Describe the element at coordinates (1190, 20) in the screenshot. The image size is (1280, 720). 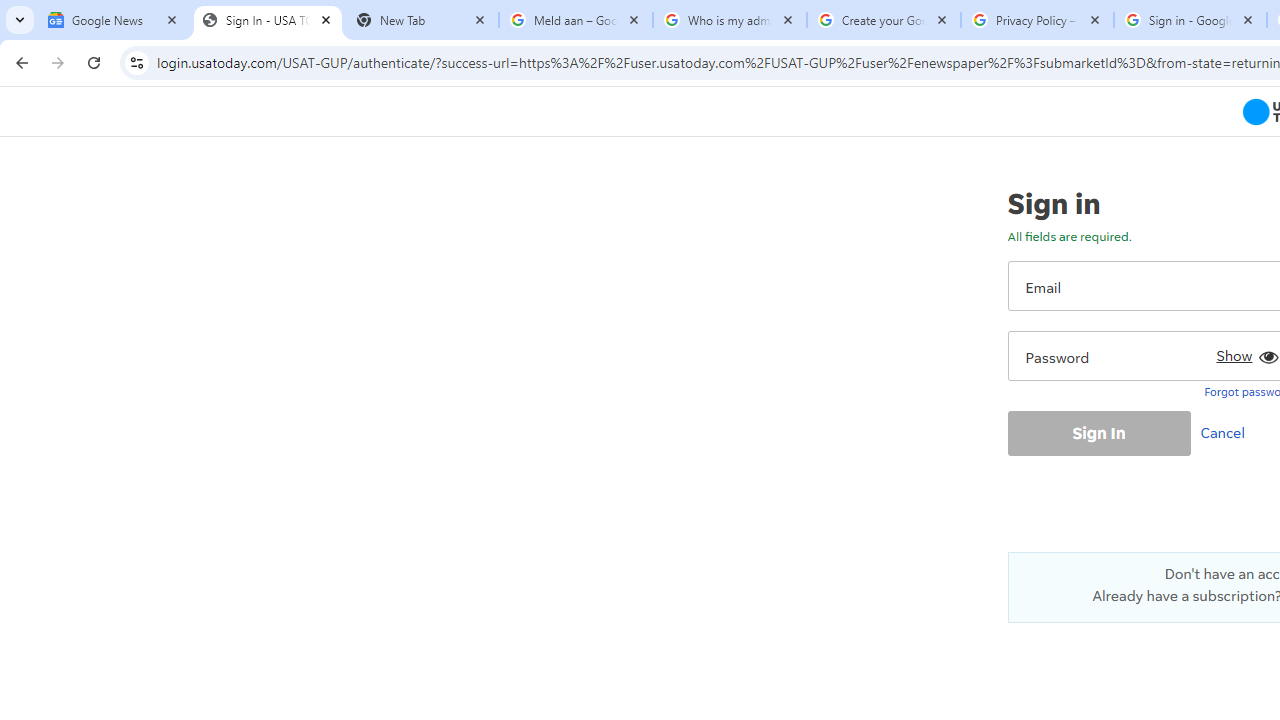
I see `'Sign in - Google Accounts'` at that location.